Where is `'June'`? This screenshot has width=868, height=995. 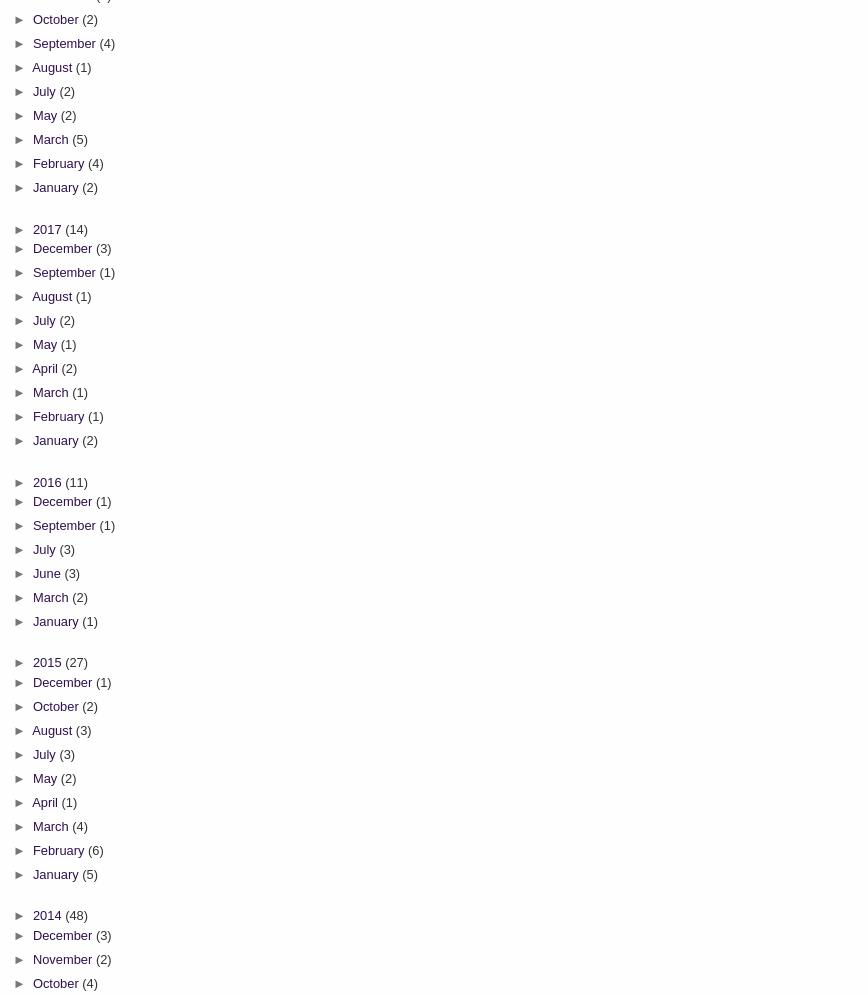
'June' is located at coordinates (48, 573).